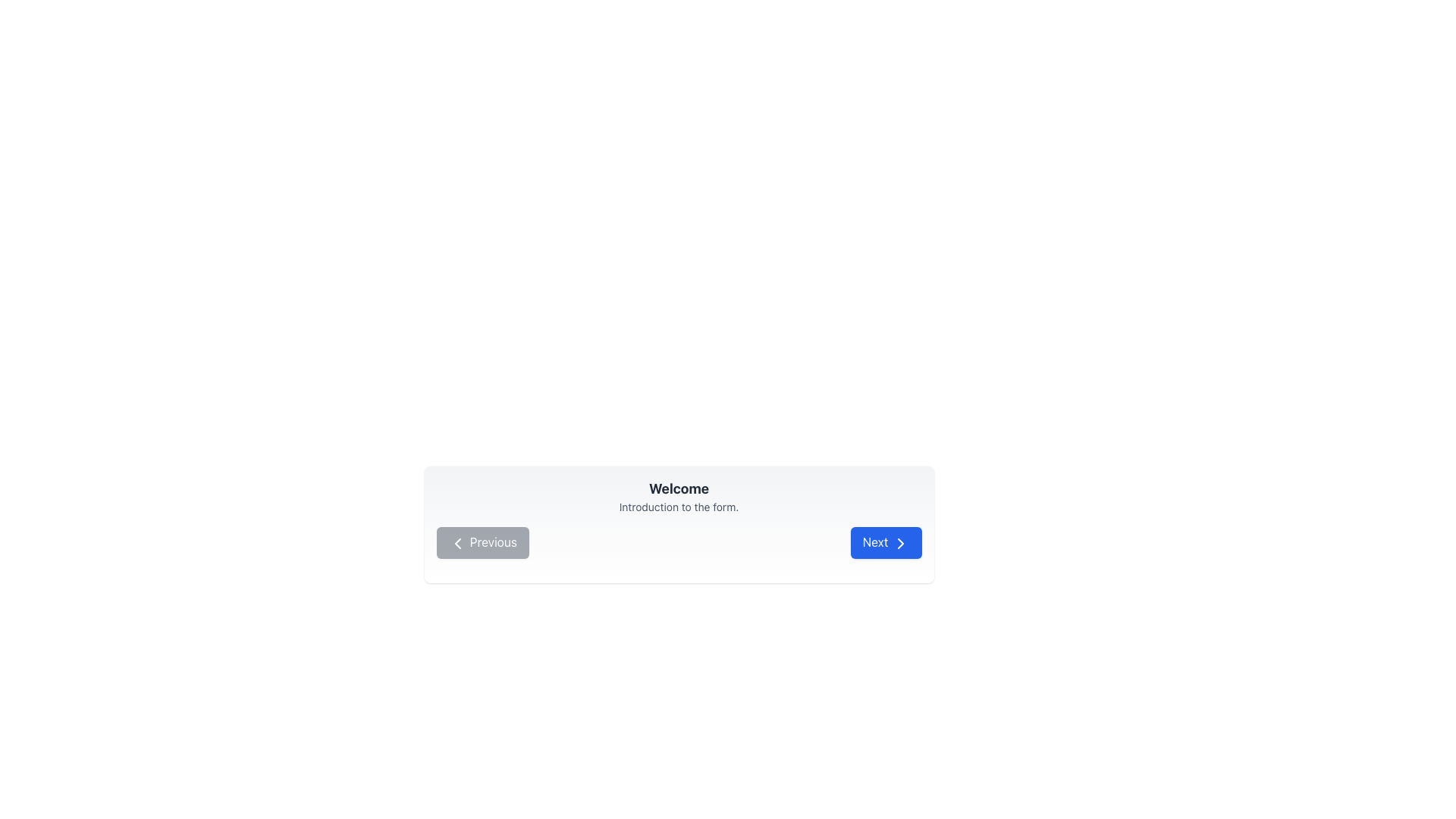 This screenshot has width=1456, height=819. What do you see at coordinates (886, 541) in the screenshot?
I see `the blue 'Next' button with white text and an arrow icon, located at the bottom right of the interface panel` at bounding box center [886, 541].